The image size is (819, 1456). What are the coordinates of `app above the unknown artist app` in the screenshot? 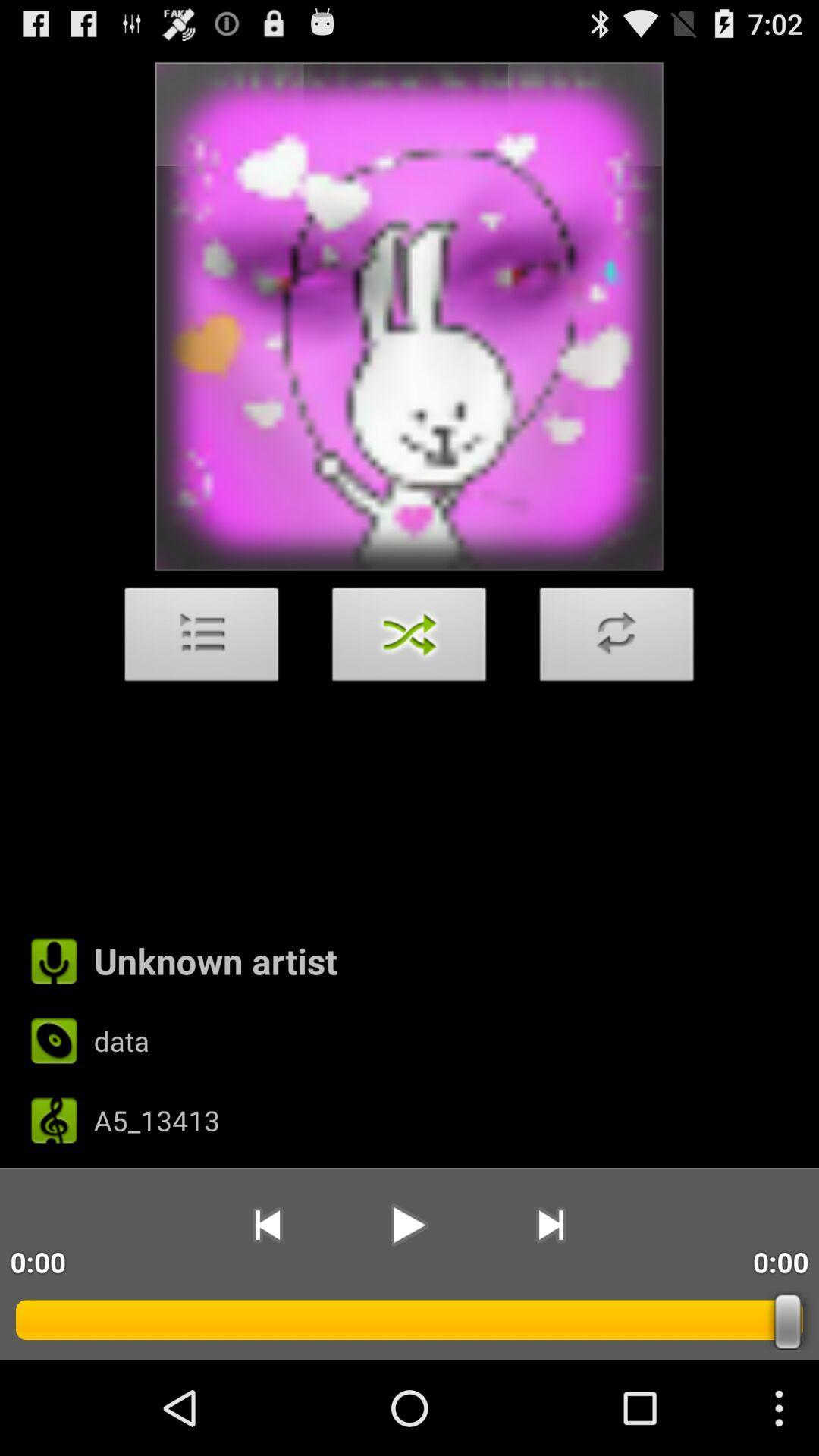 It's located at (617, 639).